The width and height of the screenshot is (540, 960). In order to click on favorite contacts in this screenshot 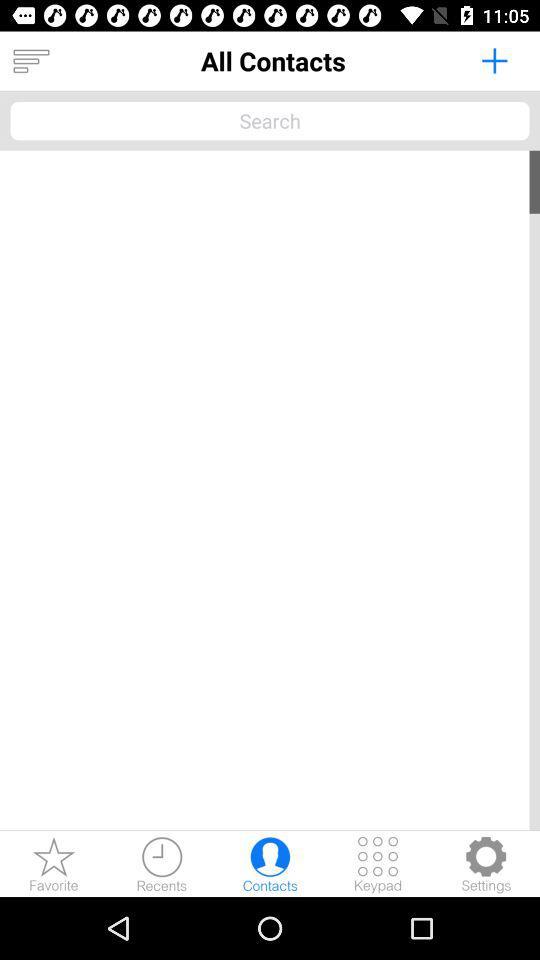, I will do `click(54, 863)`.